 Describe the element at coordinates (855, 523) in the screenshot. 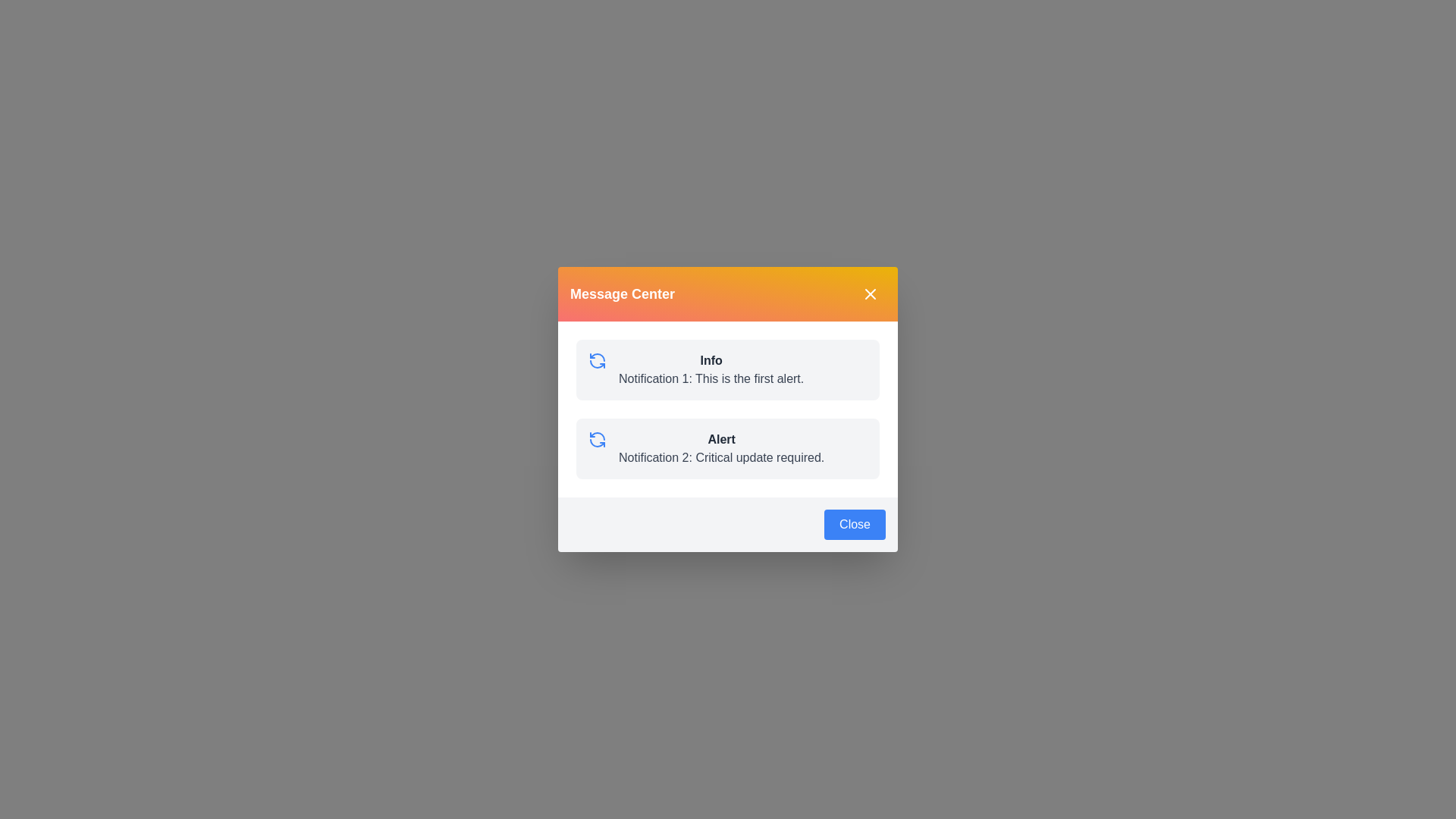

I see `the 'Close' button to close the dialog` at that location.